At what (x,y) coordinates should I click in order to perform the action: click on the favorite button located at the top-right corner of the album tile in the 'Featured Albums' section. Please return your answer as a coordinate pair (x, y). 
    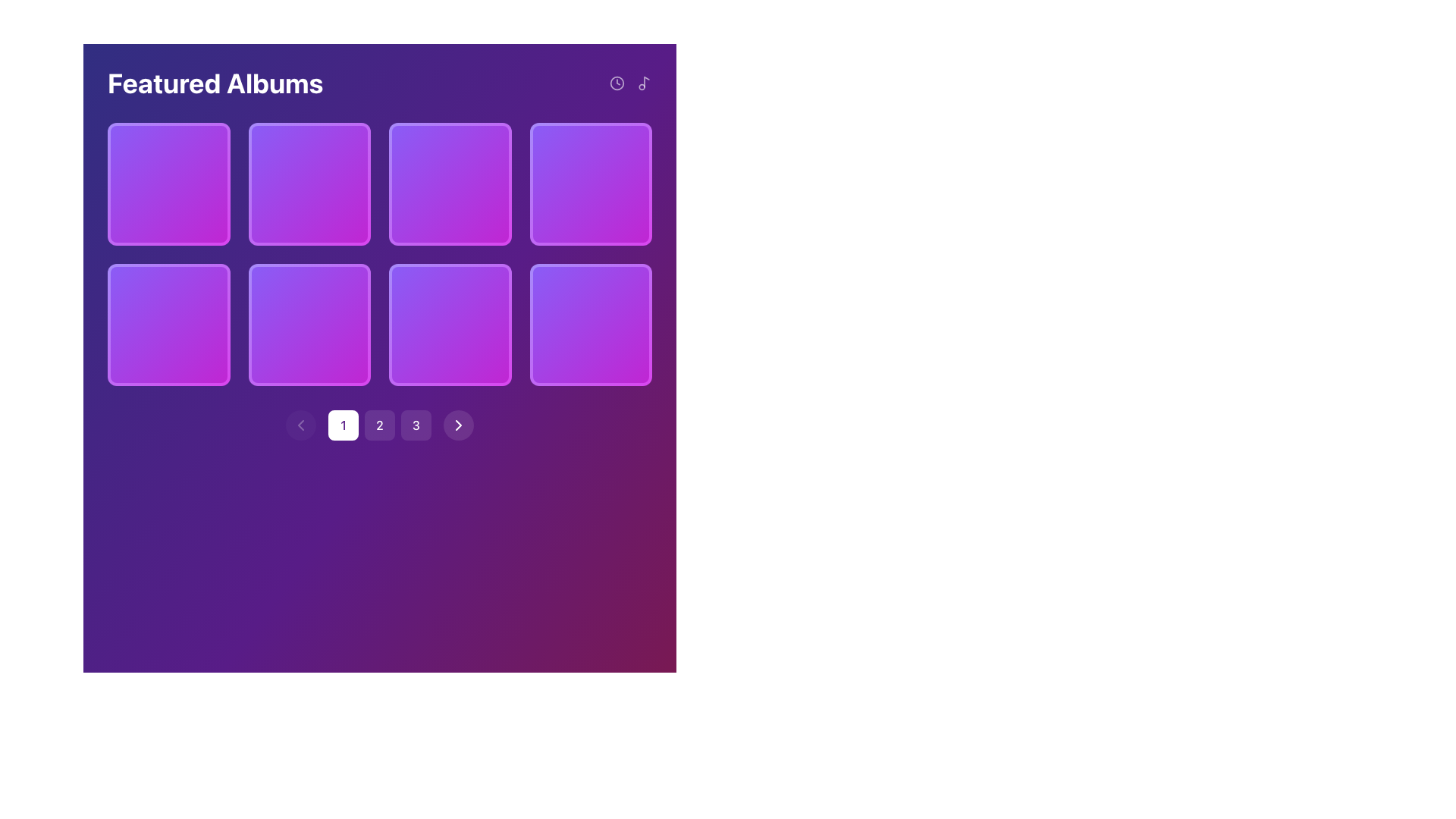
    Looking at the image, I should click on (623, 152).